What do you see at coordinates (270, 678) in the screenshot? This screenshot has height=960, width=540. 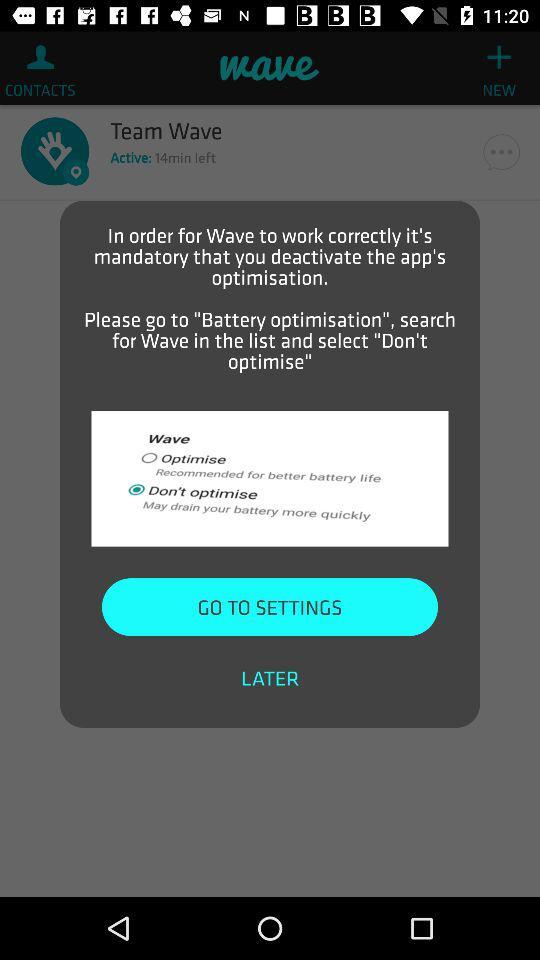 I see `later item` at bounding box center [270, 678].